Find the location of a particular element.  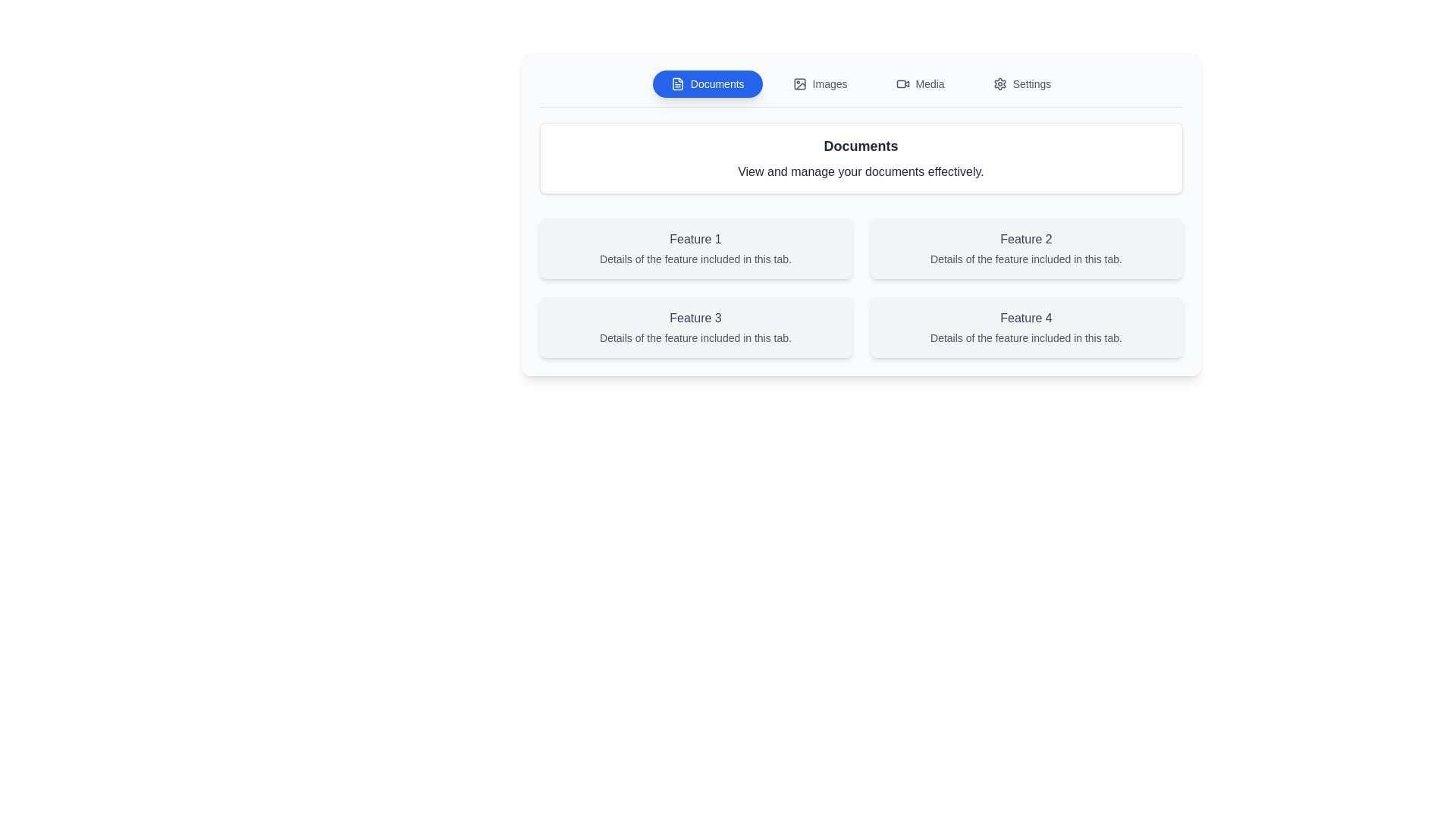

the 'Settings' button, which is the fourth button in the navigation menu, to activate hover effects is located at coordinates (1022, 84).